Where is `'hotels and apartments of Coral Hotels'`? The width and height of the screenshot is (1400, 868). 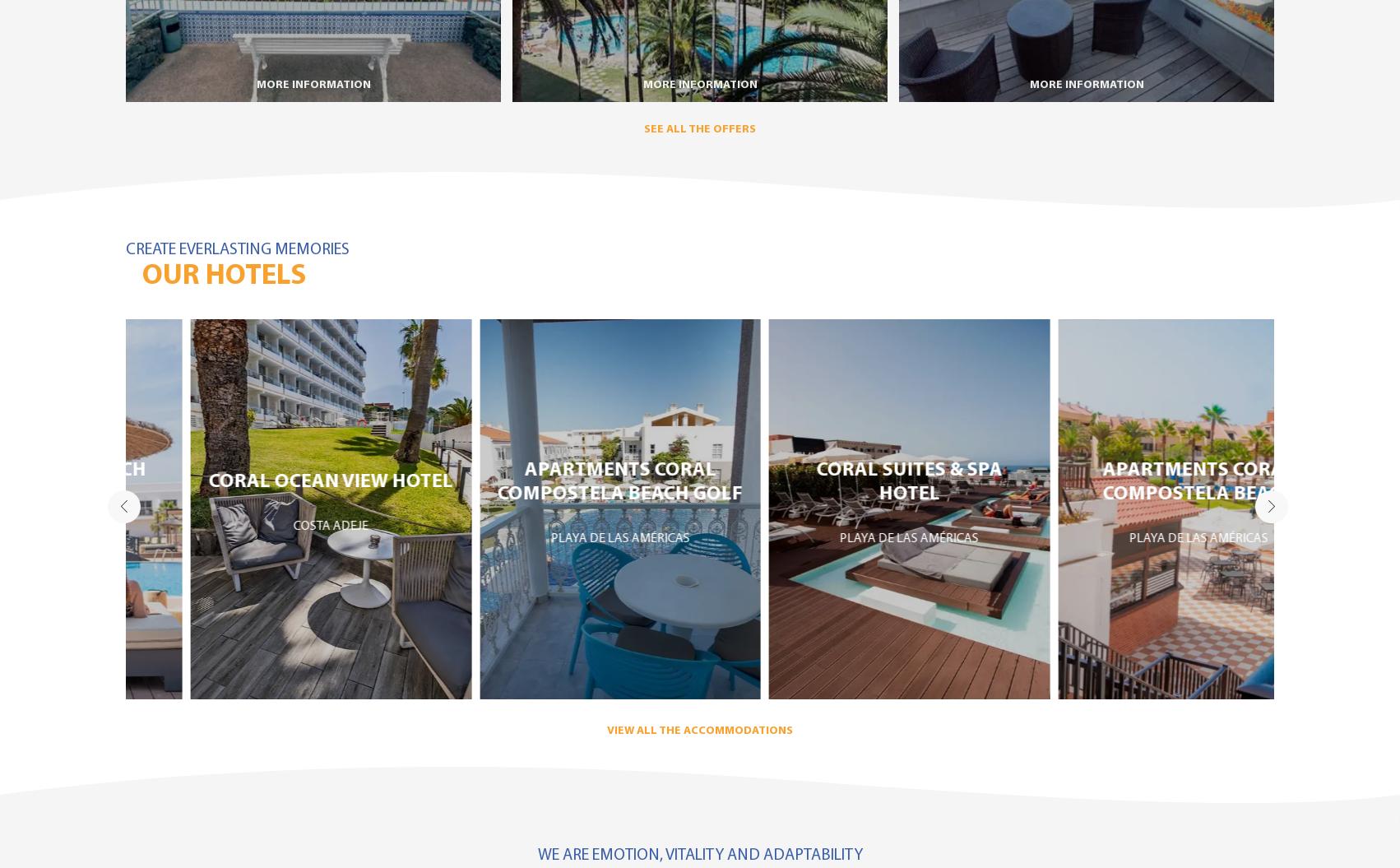 'hotels and apartments of Coral Hotels' is located at coordinates (1129, 576).